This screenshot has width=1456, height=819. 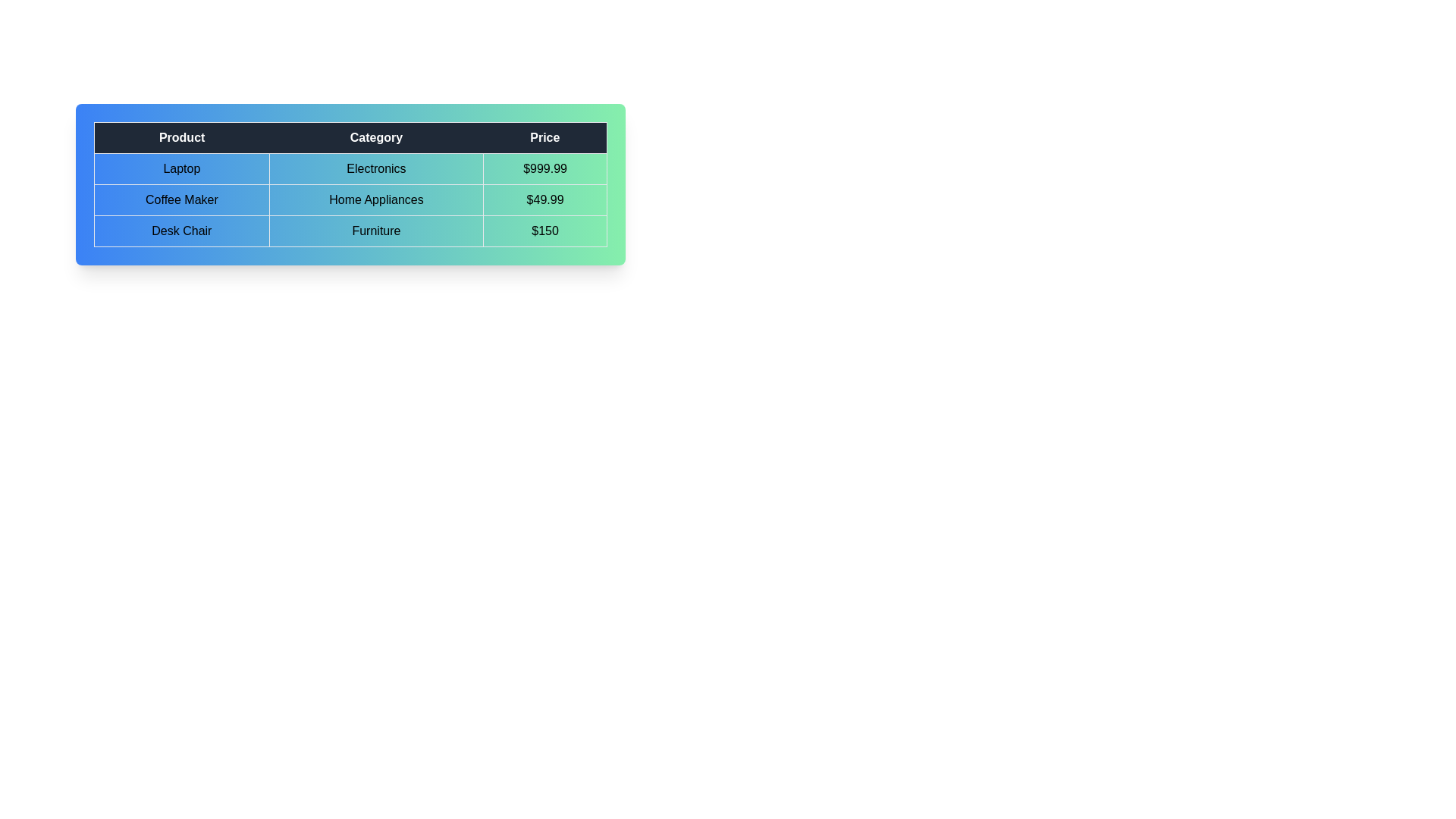 I want to click on the 'Furniture' label which displays in black text on a light gradient background, located in the middle cell of the third row in a grid structure, so click(x=376, y=231).